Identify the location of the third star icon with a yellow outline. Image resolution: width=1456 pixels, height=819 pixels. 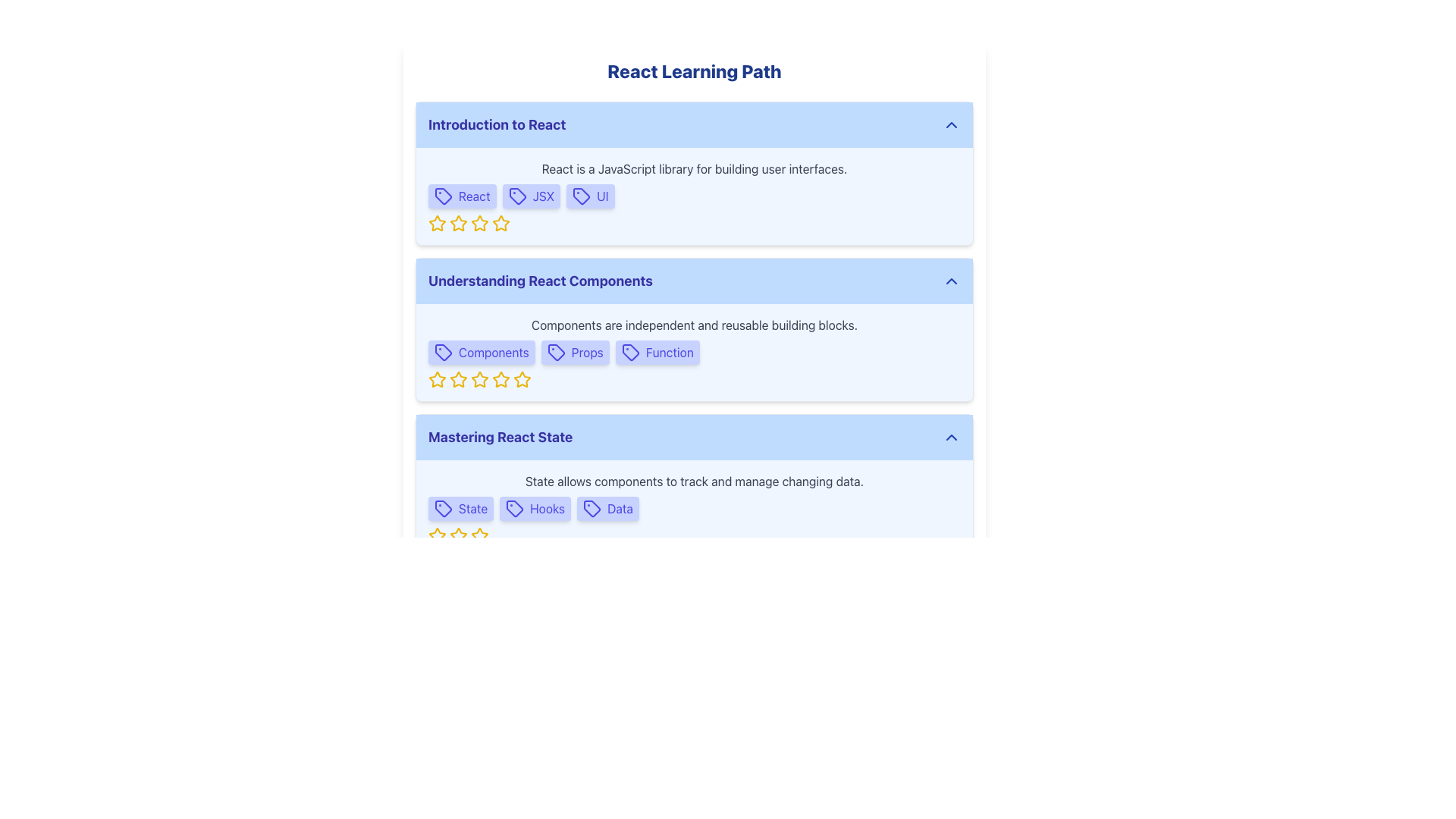
(479, 378).